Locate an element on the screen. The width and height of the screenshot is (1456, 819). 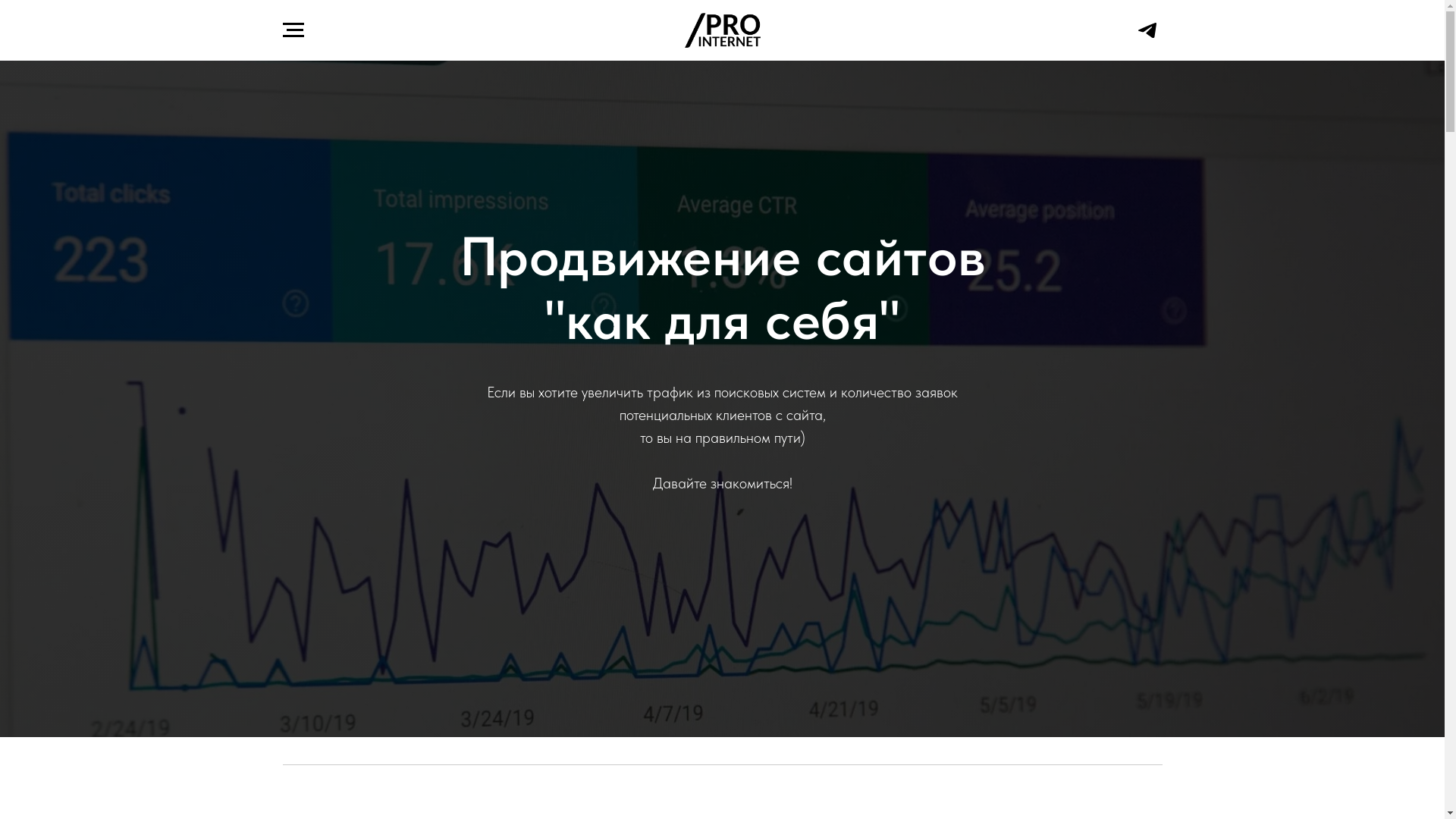
'Telegram' is located at coordinates (1135, 36).